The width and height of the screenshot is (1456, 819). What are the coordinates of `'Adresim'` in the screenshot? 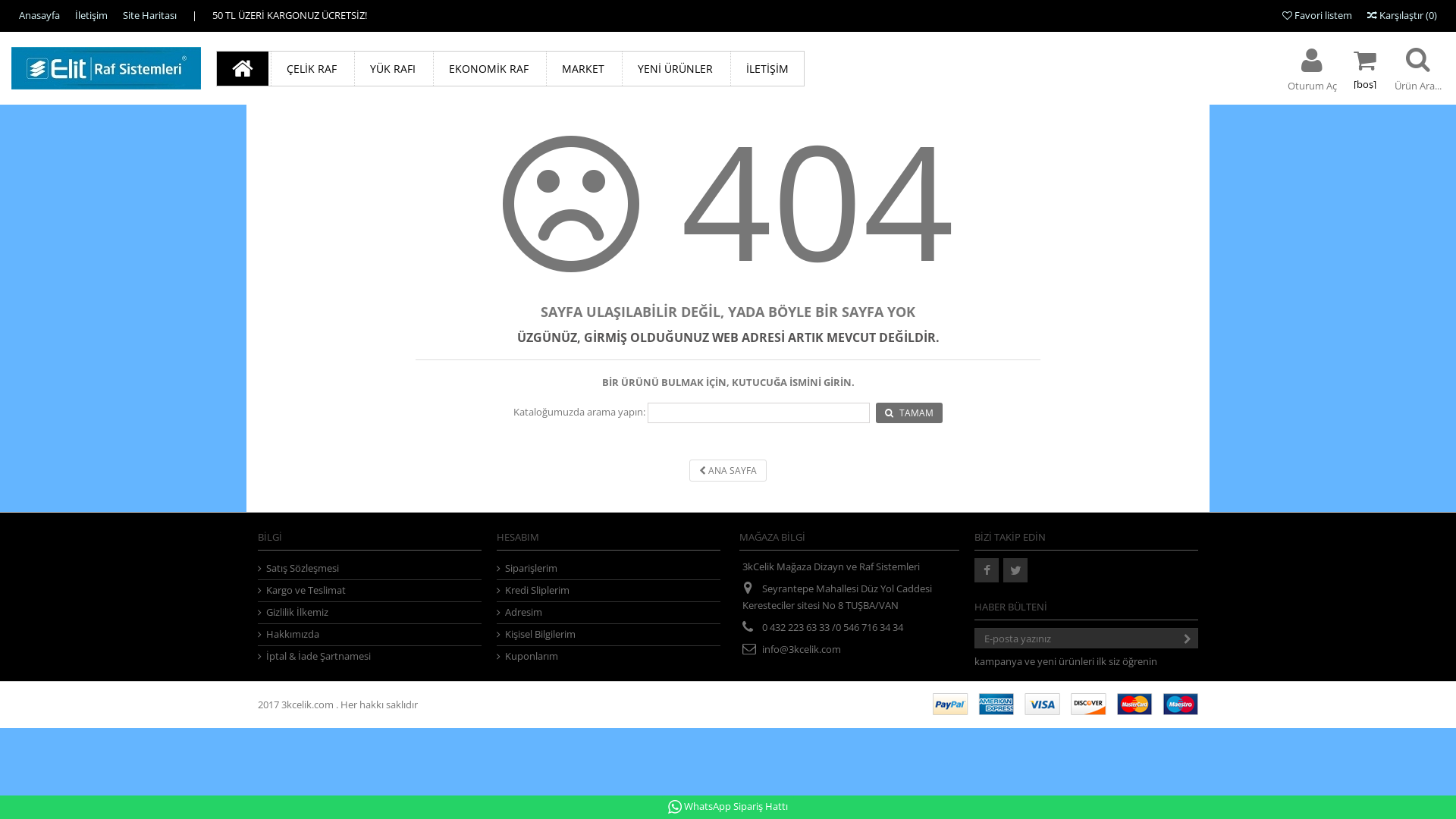 It's located at (497, 611).